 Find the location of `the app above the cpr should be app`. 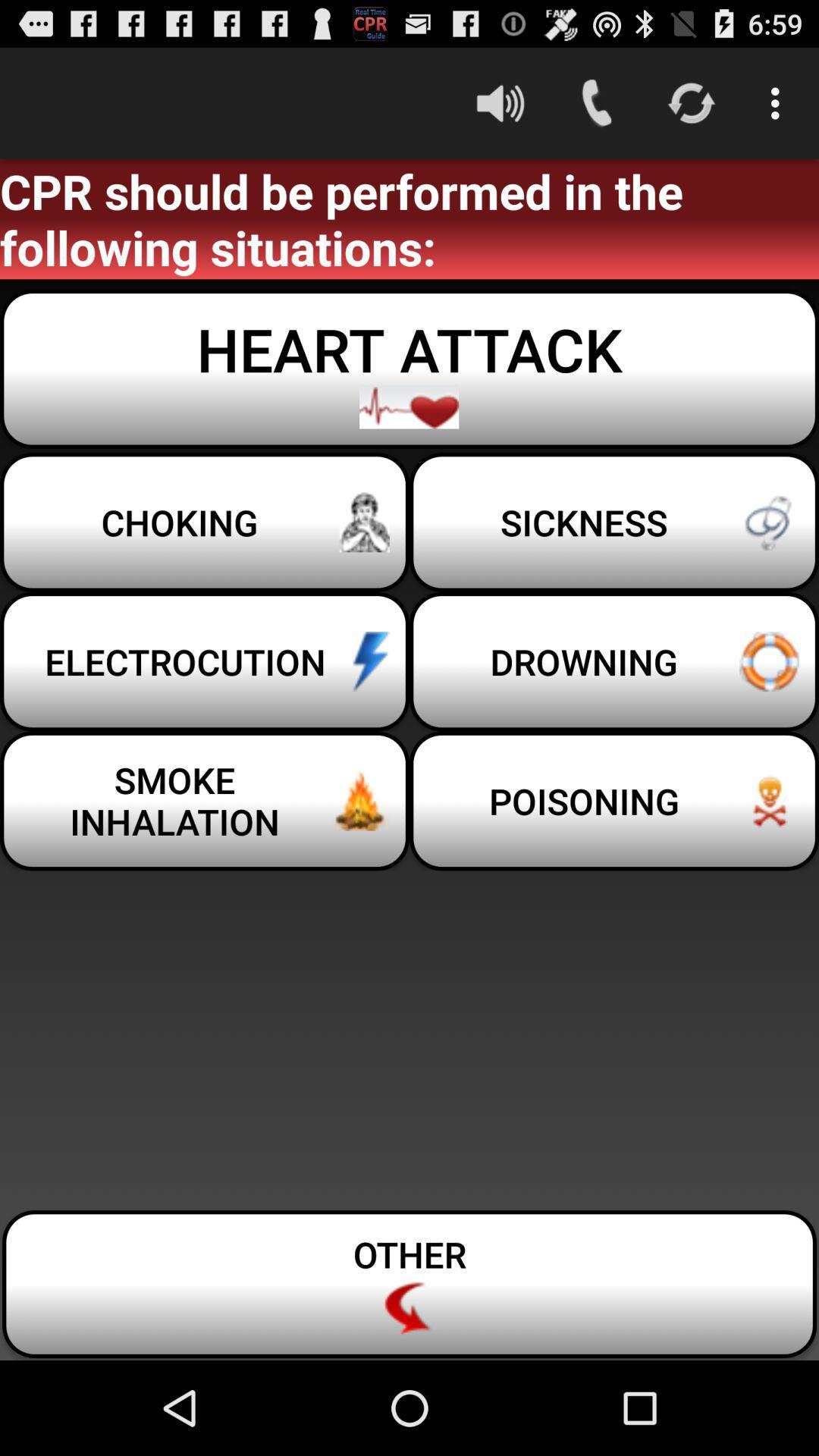

the app above the cpr should be app is located at coordinates (779, 102).